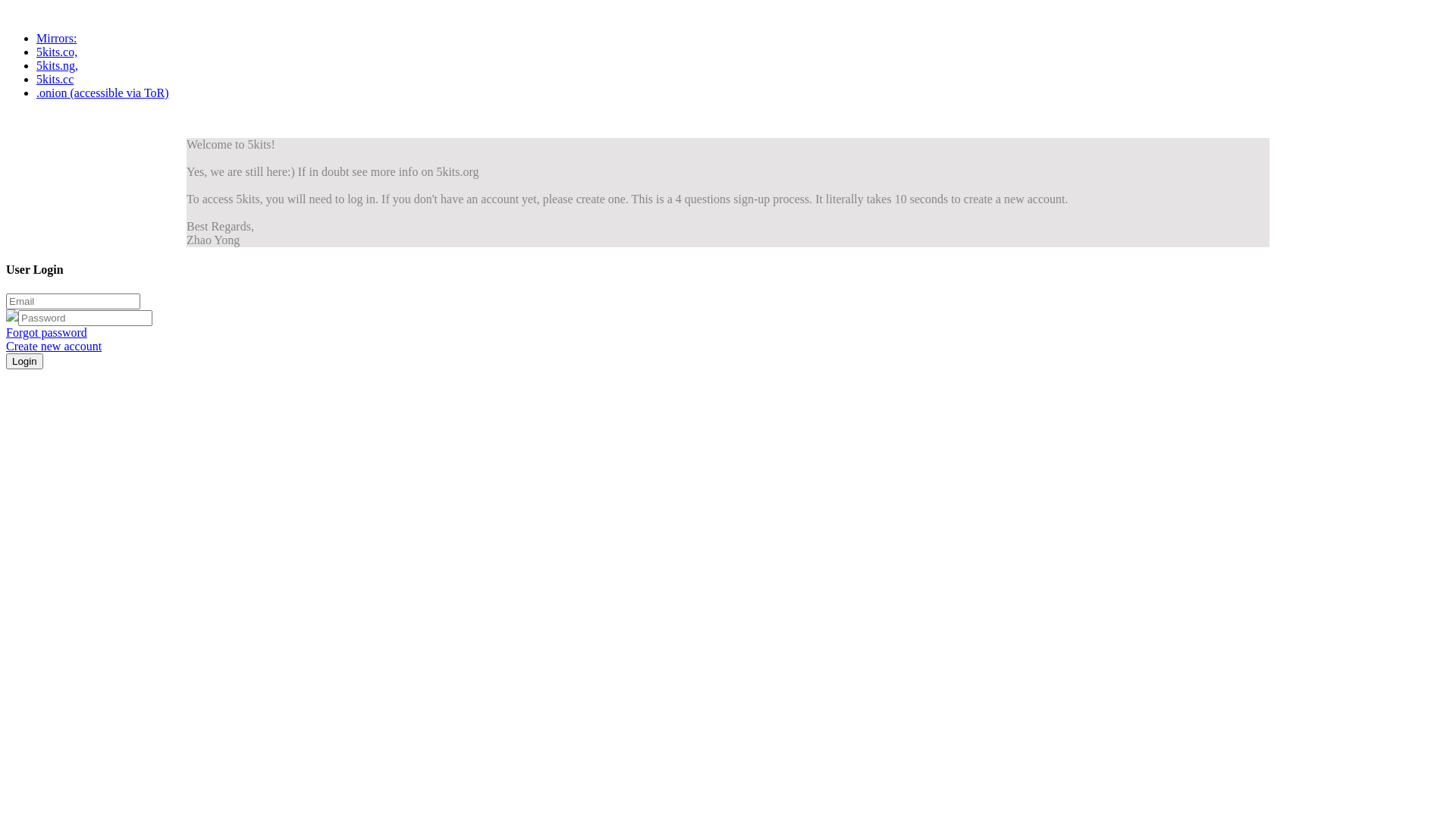 The height and width of the screenshot is (819, 1456). I want to click on 'Forgot password', so click(6, 331).